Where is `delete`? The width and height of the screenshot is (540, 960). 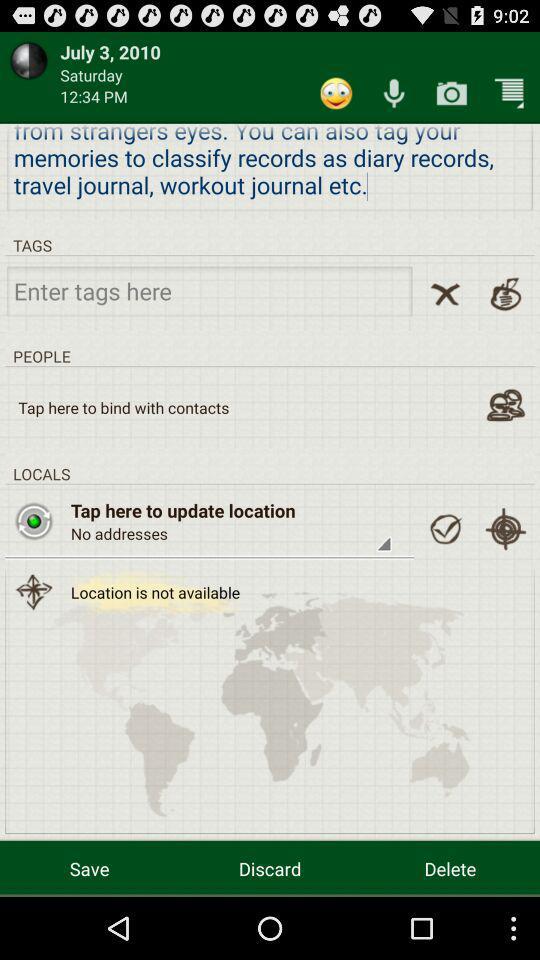
delete is located at coordinates (450, 867).